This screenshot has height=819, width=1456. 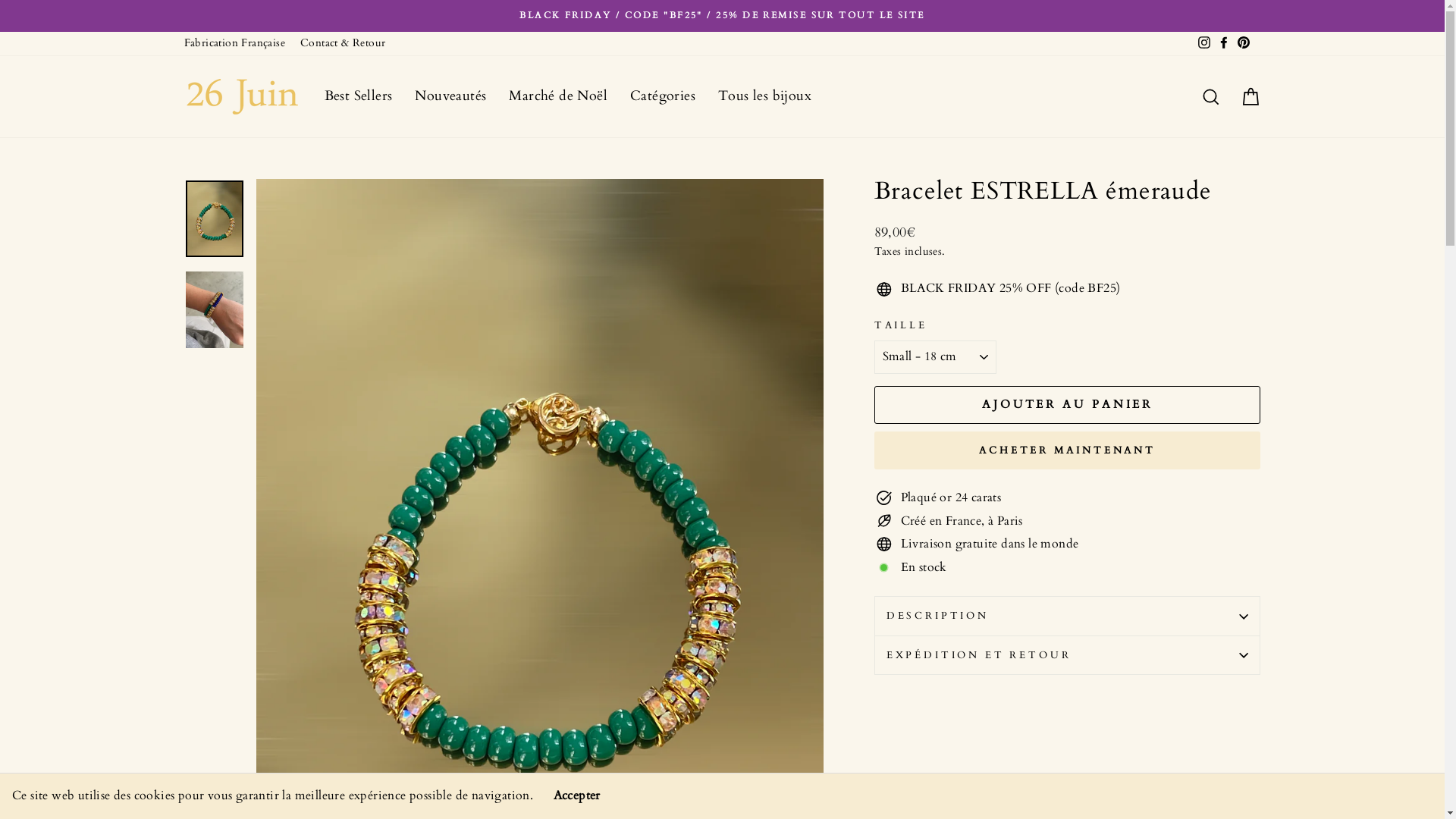 What do you see at coordinates (1193, 42) in the screenshot?
I see `'Instagram'` at bounding box center [1193, 42].